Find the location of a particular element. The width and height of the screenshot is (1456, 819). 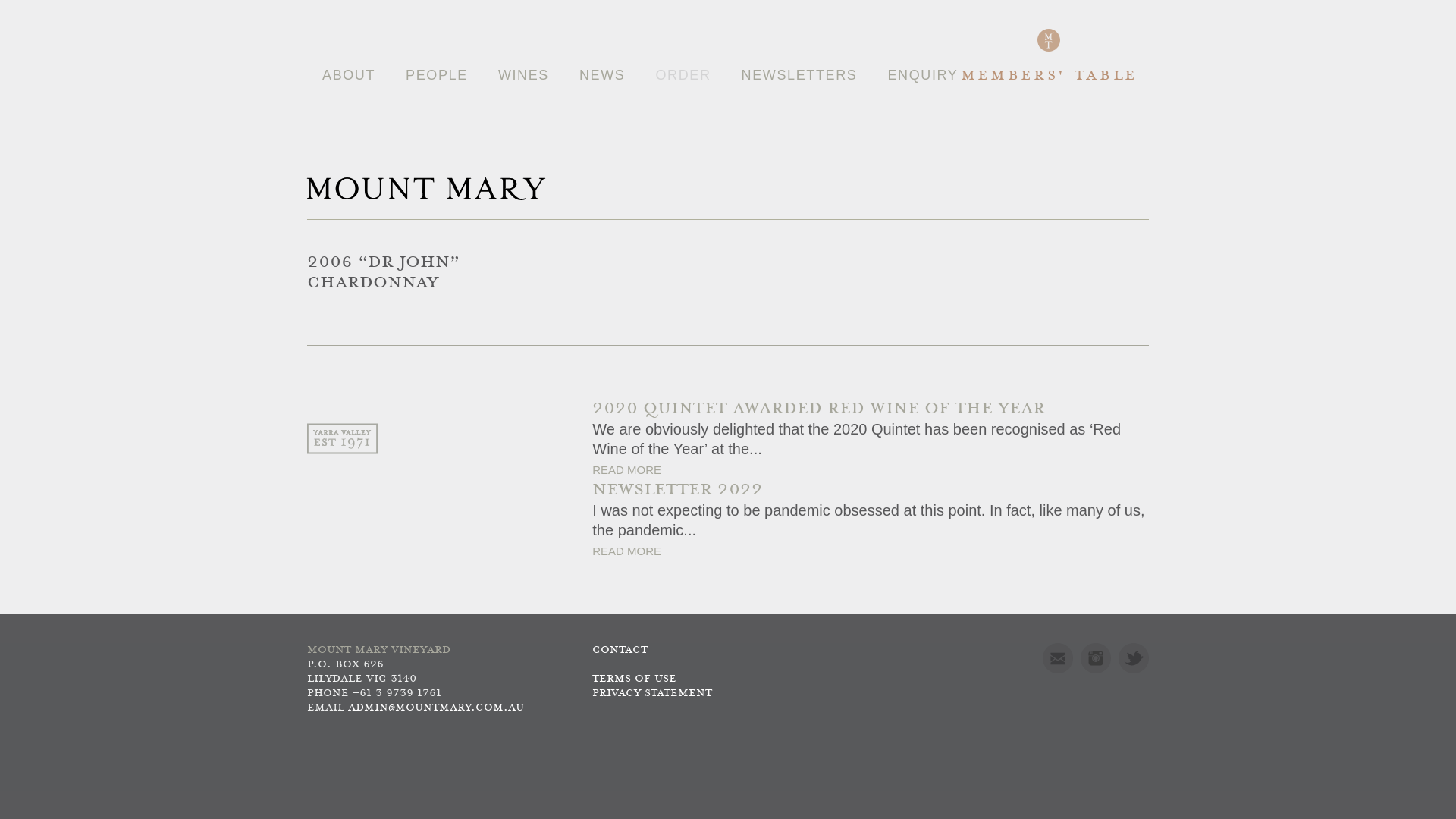

'MAIL' is located at coordinates (1041, 657).